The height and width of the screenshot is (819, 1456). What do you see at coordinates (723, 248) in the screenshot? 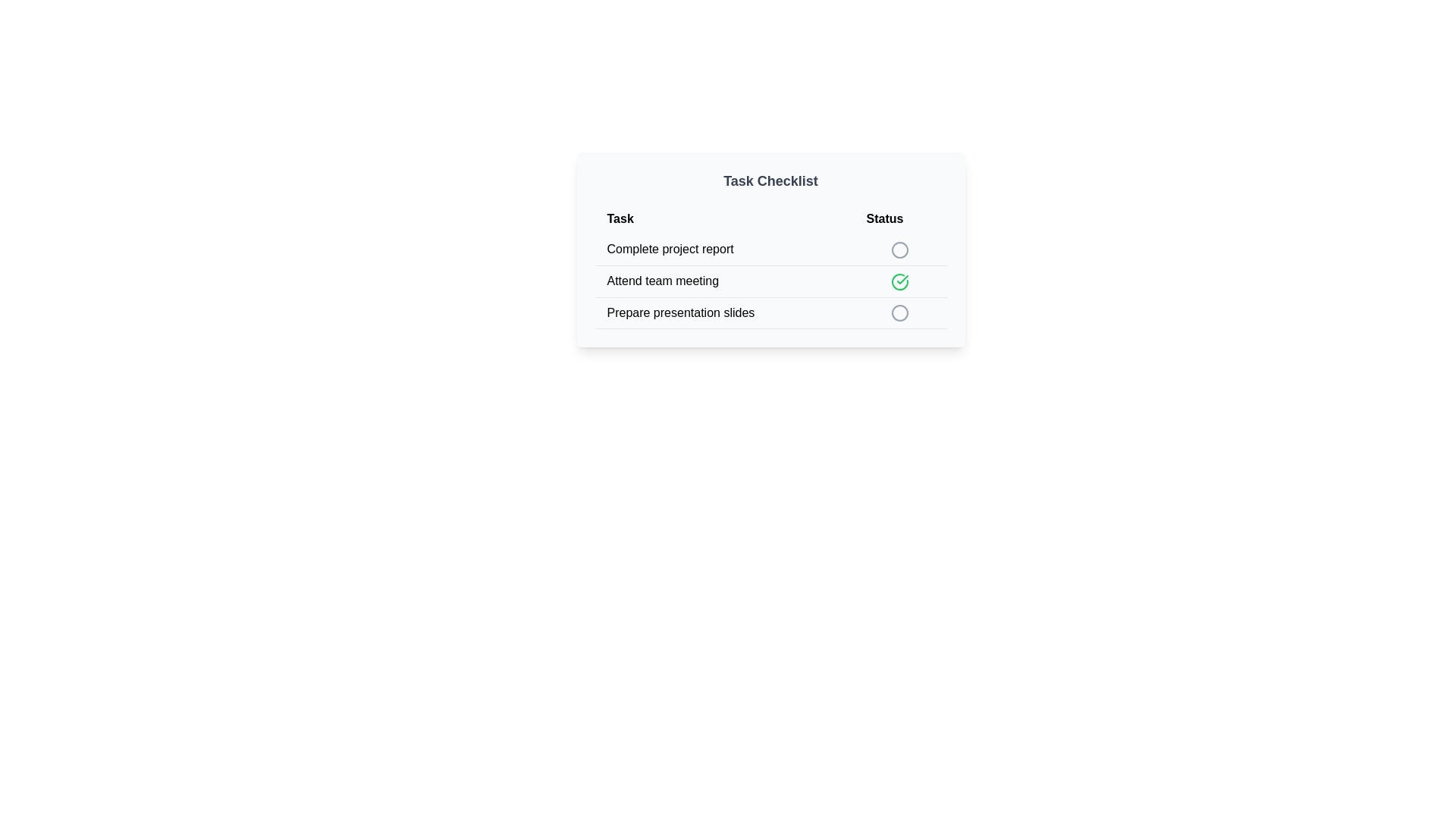
I see `the text label displaying 'Complete project report'` at bounding box center [723, 248].